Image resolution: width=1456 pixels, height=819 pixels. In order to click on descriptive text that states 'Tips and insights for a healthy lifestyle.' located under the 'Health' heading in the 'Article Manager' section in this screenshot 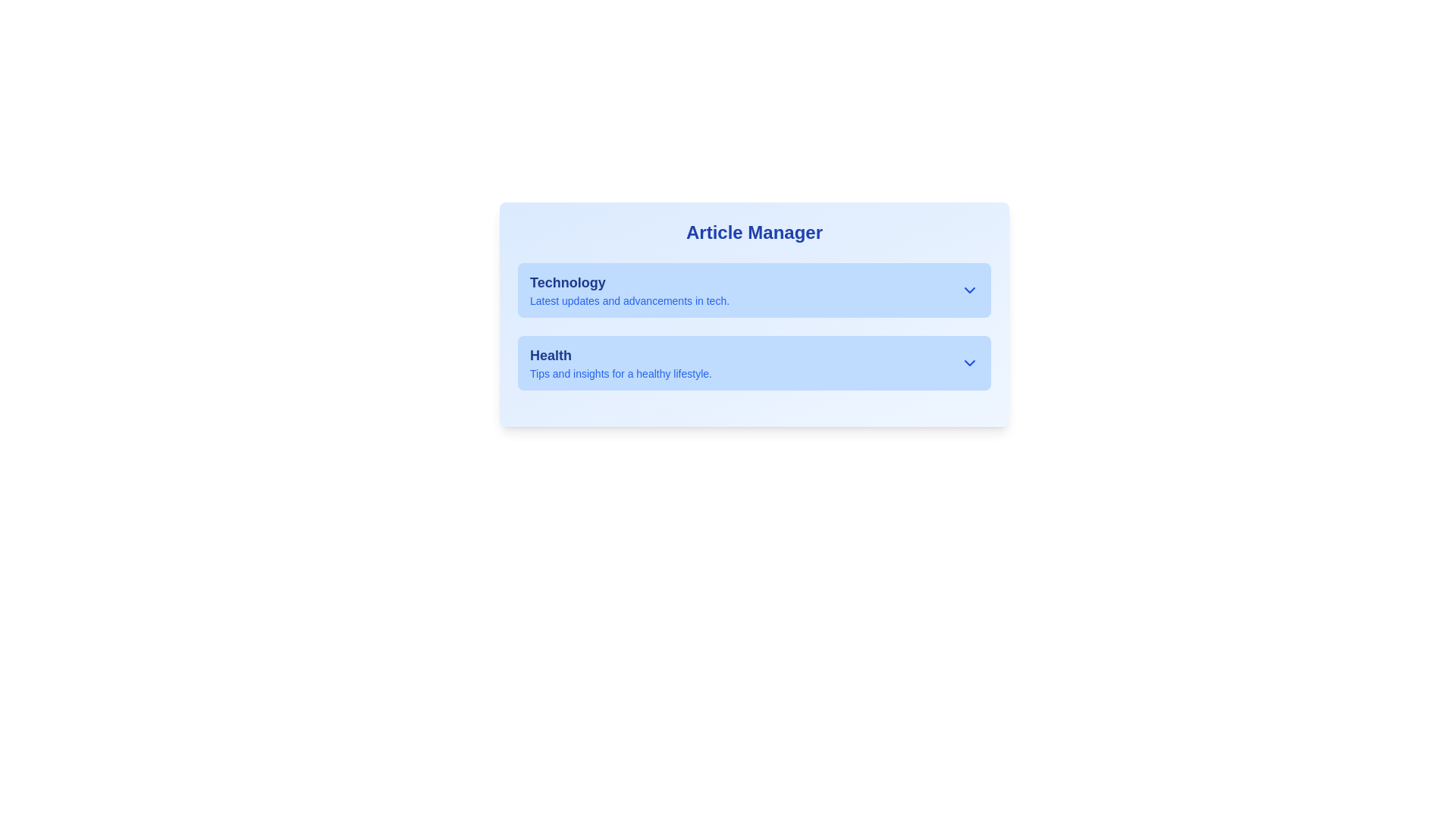, I will do `click(620, 374)`.